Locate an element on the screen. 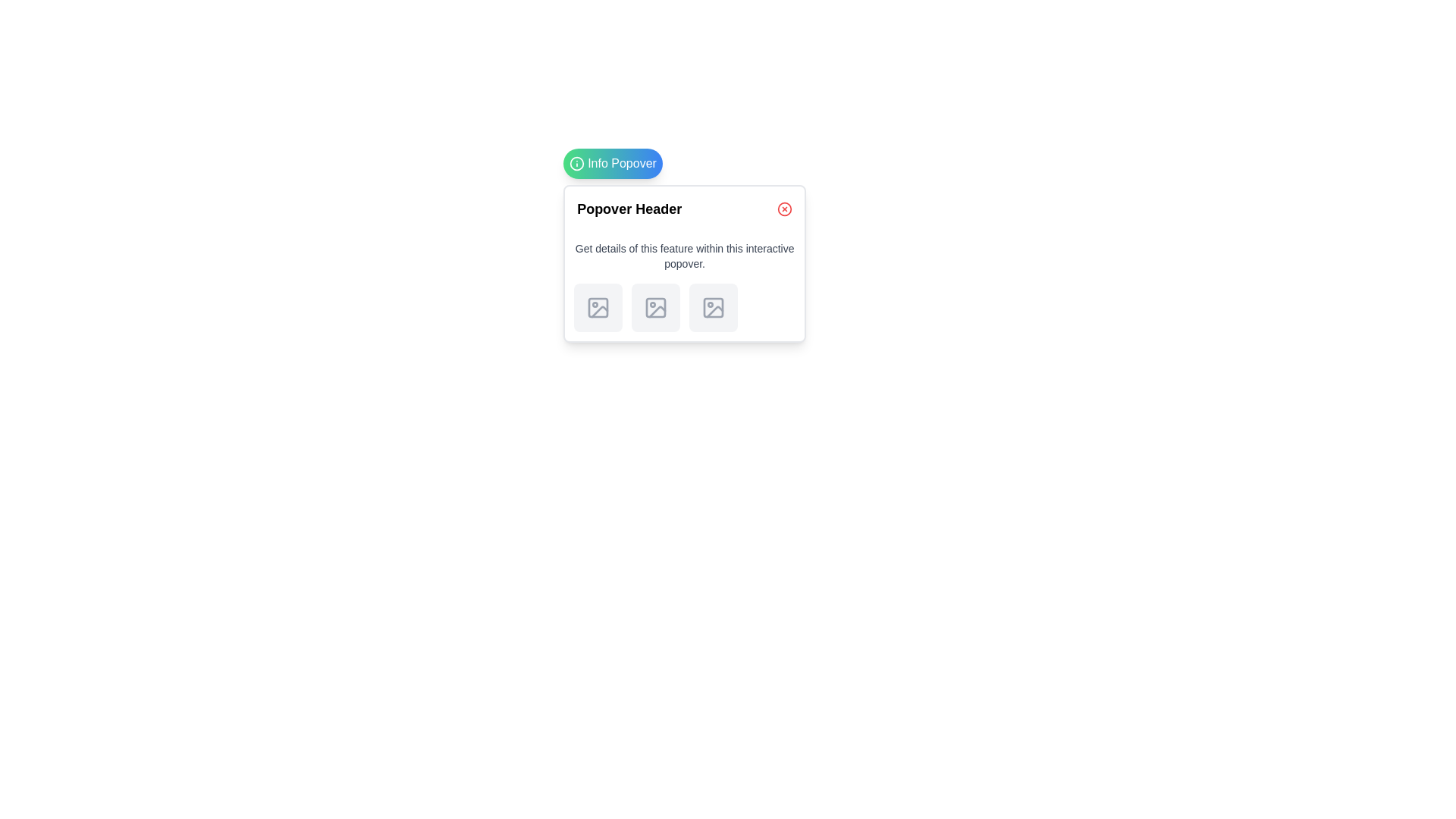  the second icon representing an image or photo functionality, which features a mountain and sun symbol in grayscale within a rounded square shape is located at coordinates (656, 307).